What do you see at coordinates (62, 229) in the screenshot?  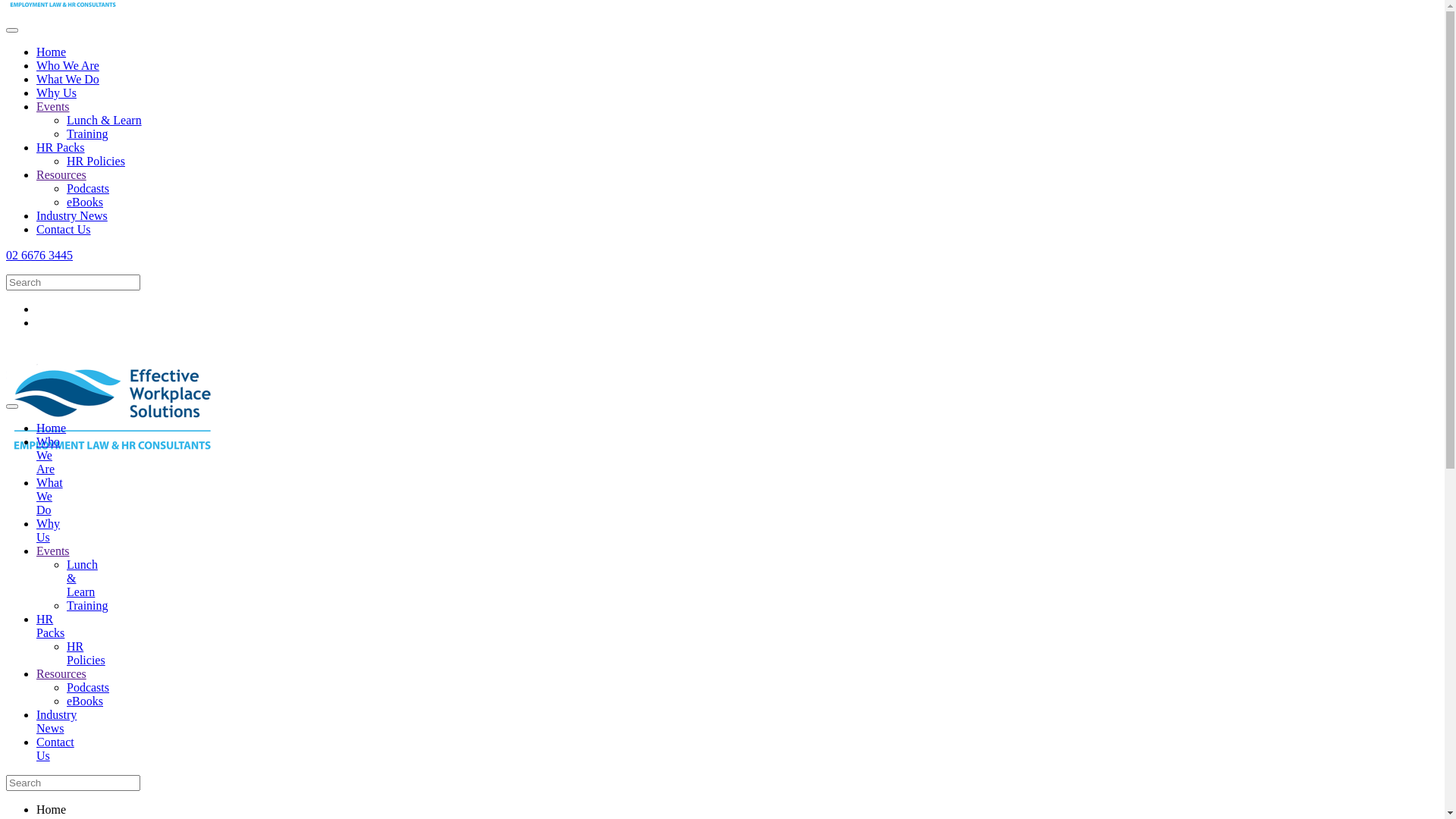 I see `'Contact Us'` at bounding box center [62, 229].